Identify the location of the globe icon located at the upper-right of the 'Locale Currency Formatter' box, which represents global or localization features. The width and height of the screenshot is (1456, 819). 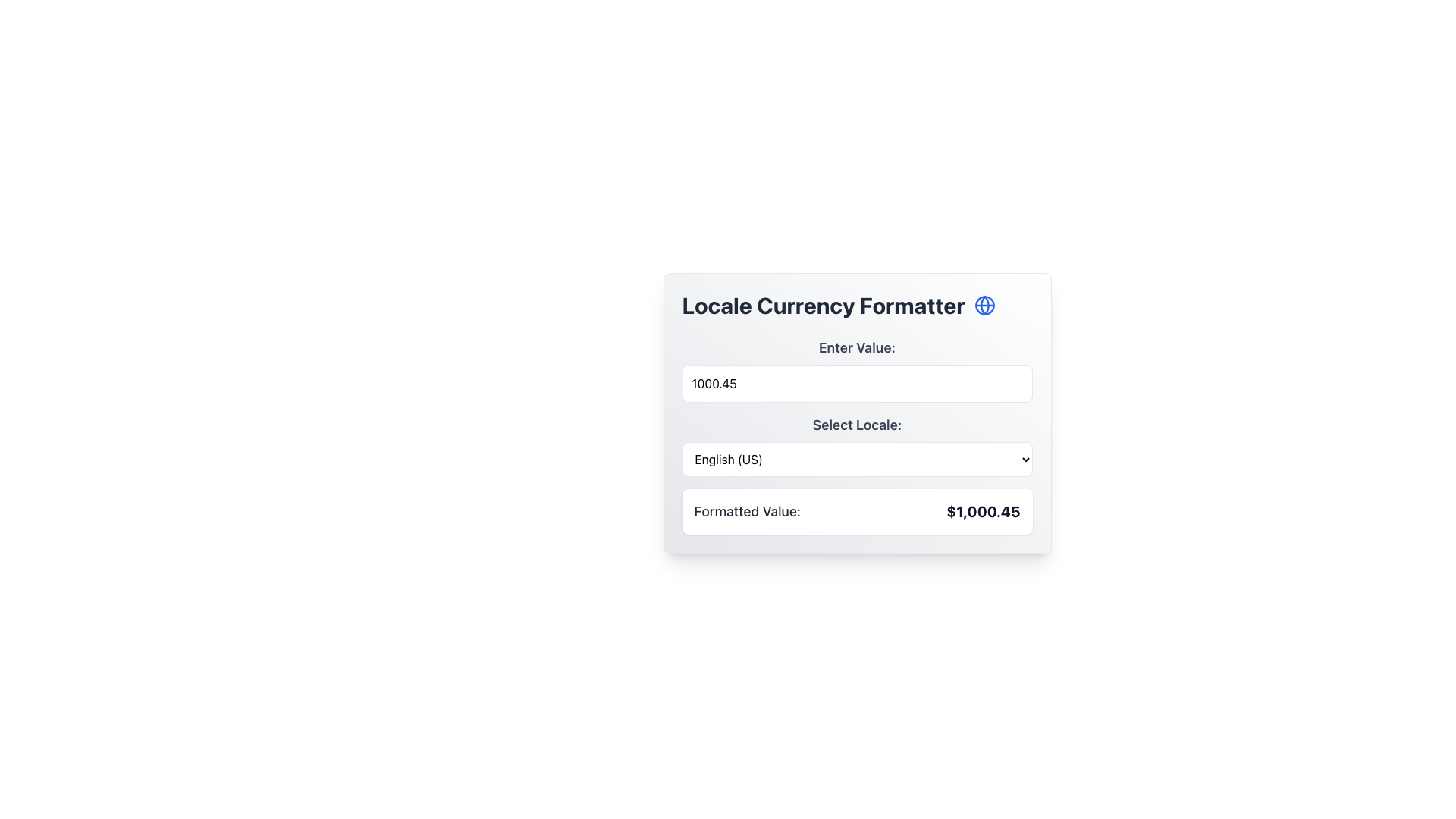
(984, 305).